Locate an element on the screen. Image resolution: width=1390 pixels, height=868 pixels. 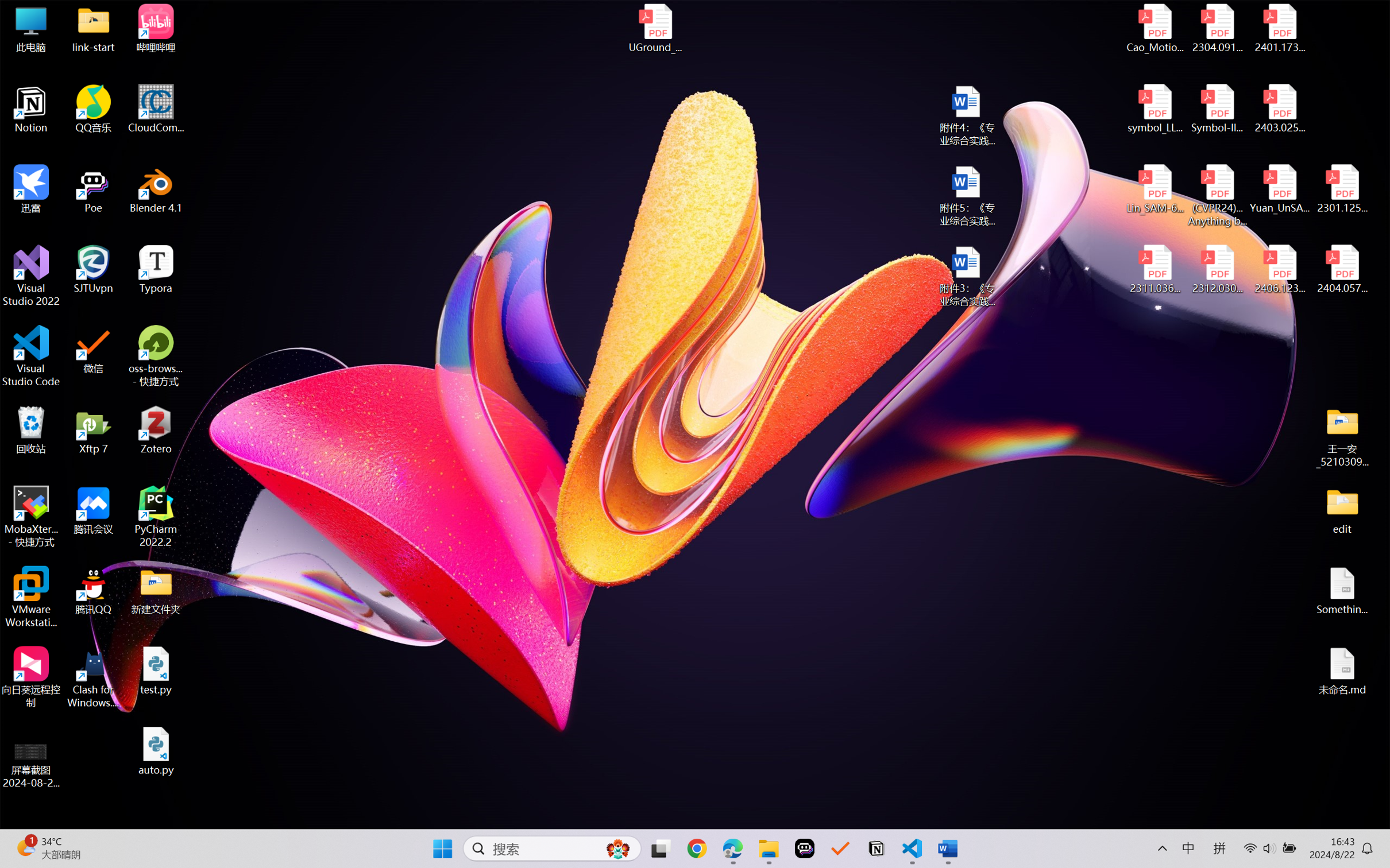
'SJTUvpn' is located at coordinates (94, 269).